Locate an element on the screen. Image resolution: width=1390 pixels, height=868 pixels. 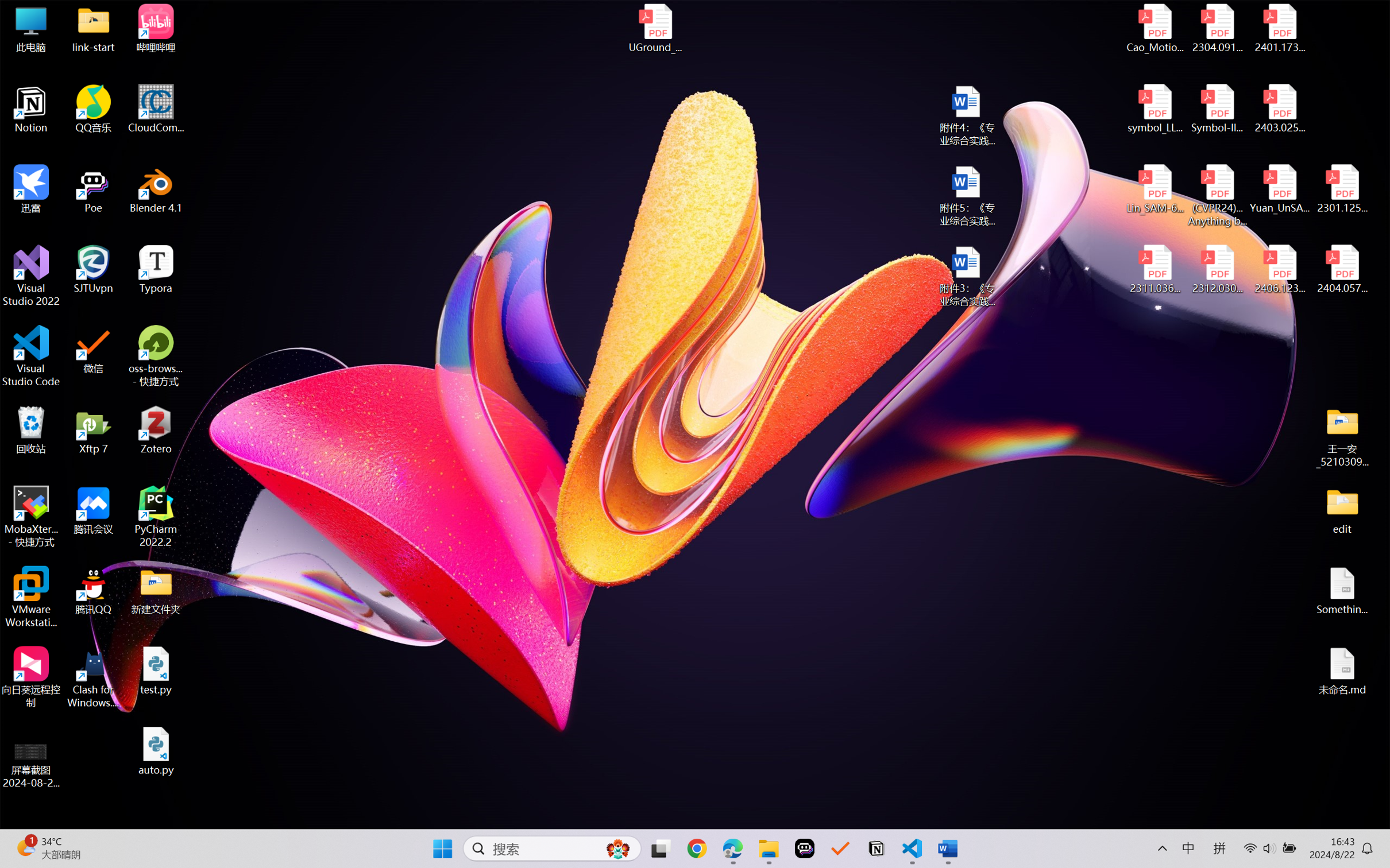
'SJTUvpn' is located at coordinates (94, 269).